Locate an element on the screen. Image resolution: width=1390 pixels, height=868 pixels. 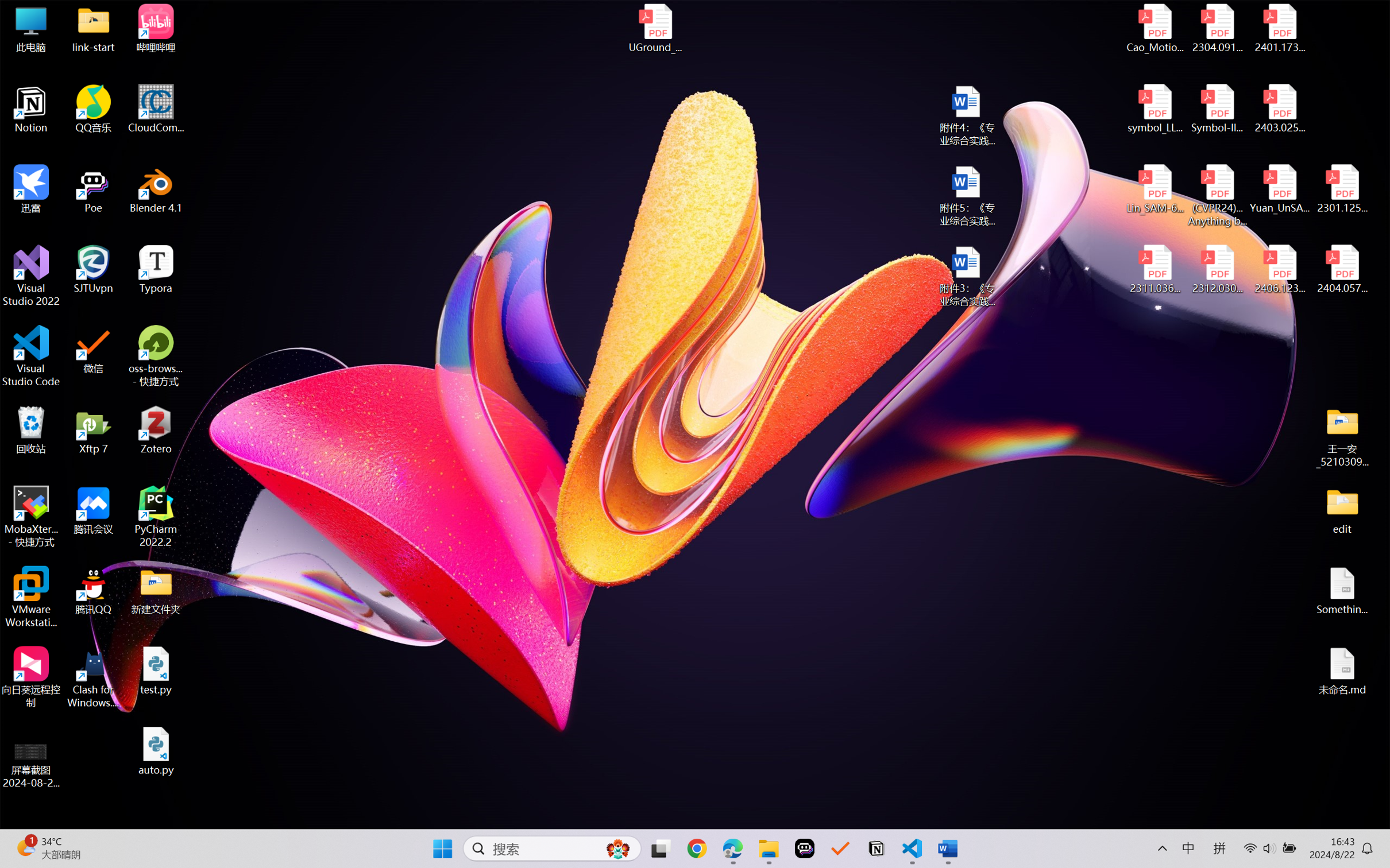
'SJTUvpn' is located at coordinates (94, 269).